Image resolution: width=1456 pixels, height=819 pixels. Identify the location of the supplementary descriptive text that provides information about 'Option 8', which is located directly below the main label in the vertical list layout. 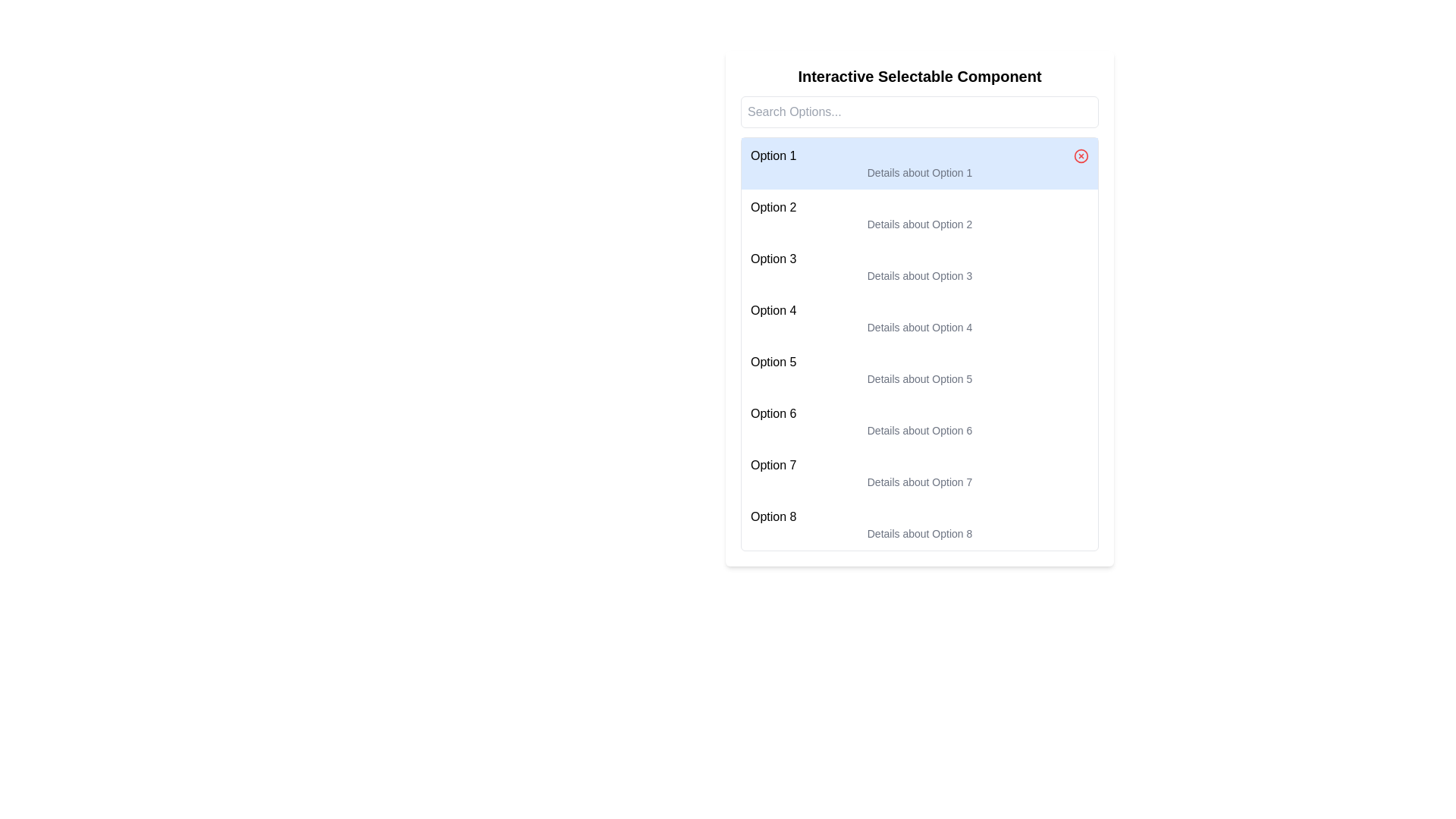
(919, 533).